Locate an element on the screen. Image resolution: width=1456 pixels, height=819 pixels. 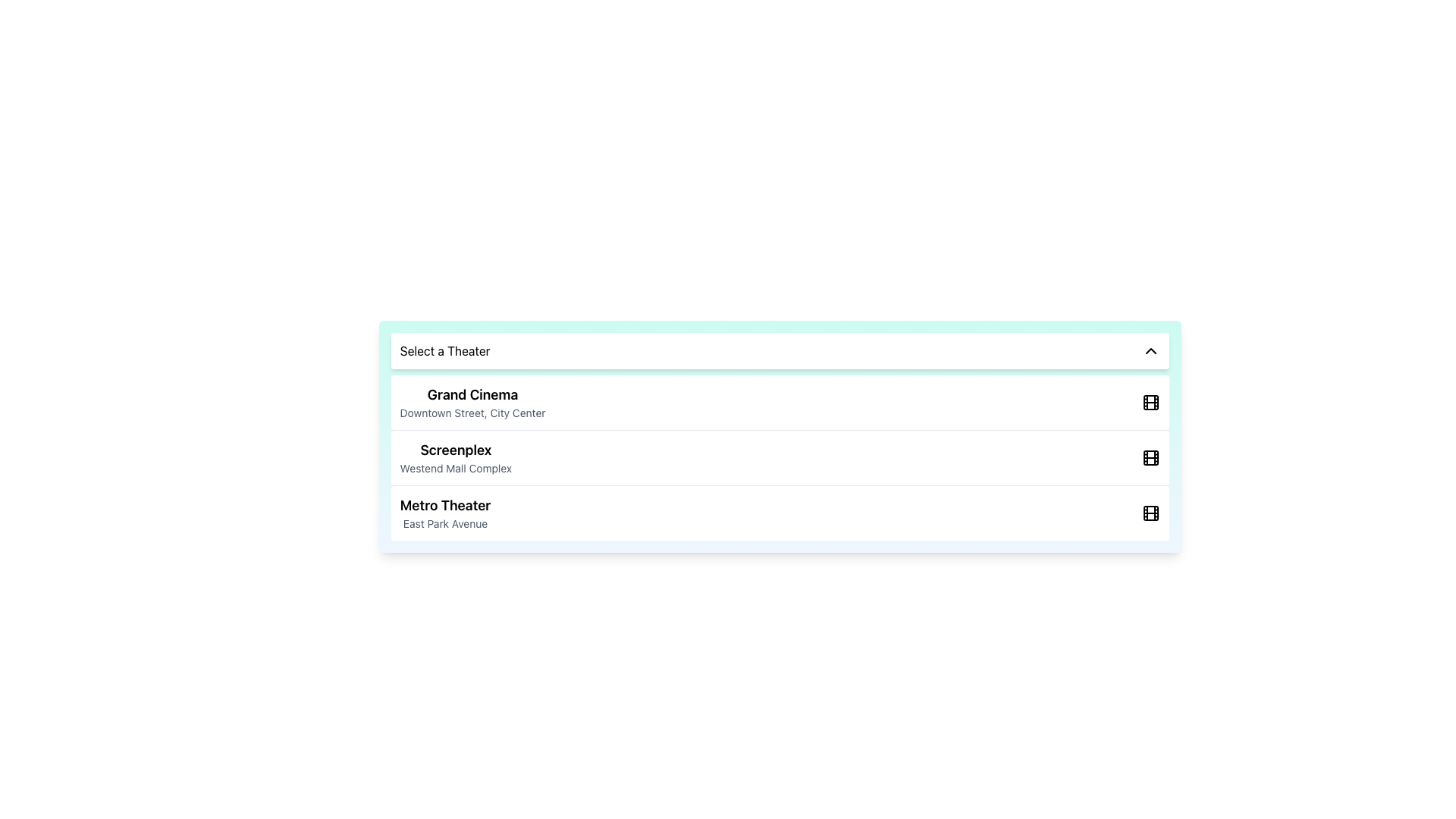
the third list item labeled 'Metro Theater' is located at coordinates (444, 513).